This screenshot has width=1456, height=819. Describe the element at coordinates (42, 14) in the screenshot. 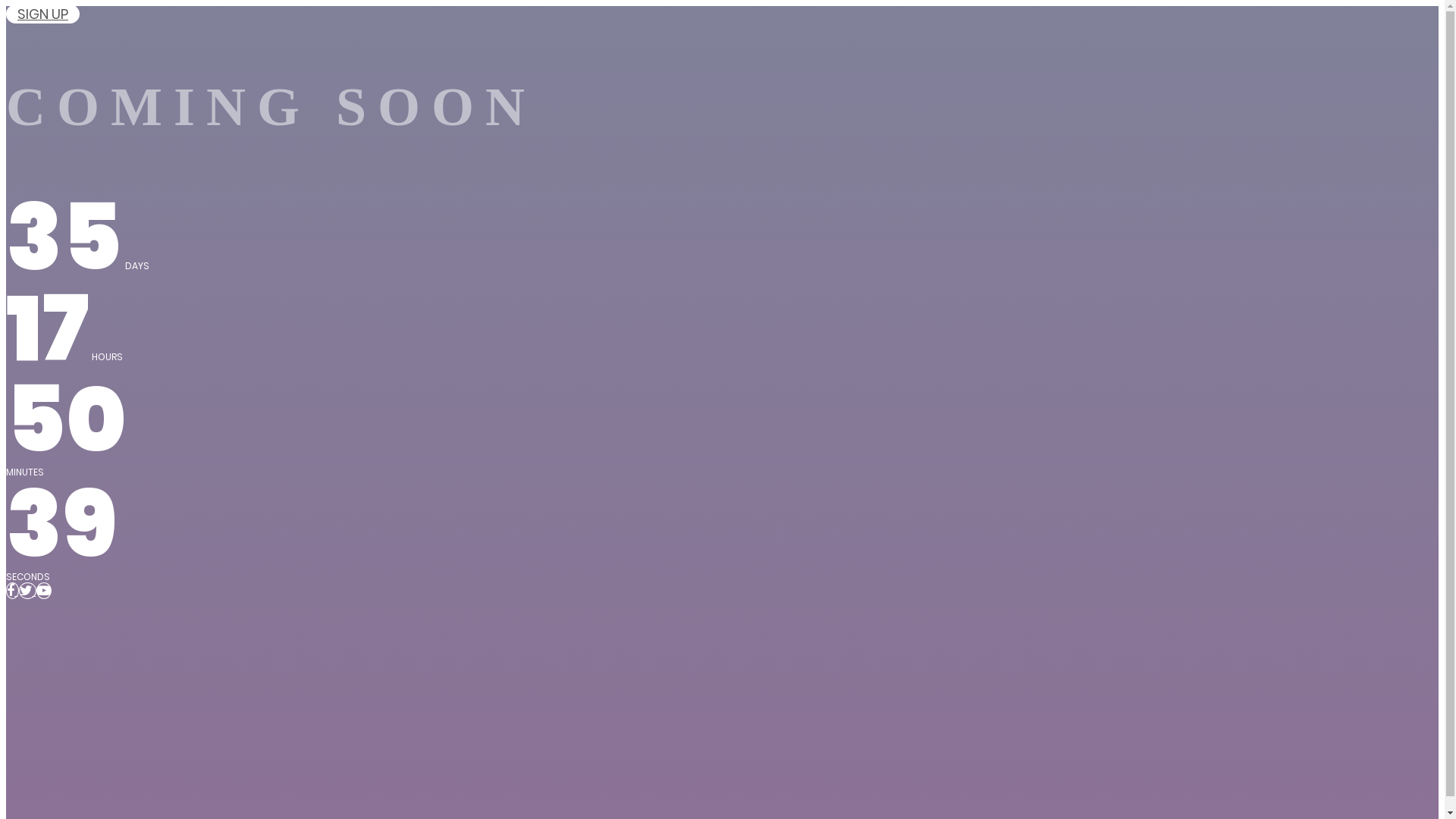

I see `'SIGN UP'` at that location.